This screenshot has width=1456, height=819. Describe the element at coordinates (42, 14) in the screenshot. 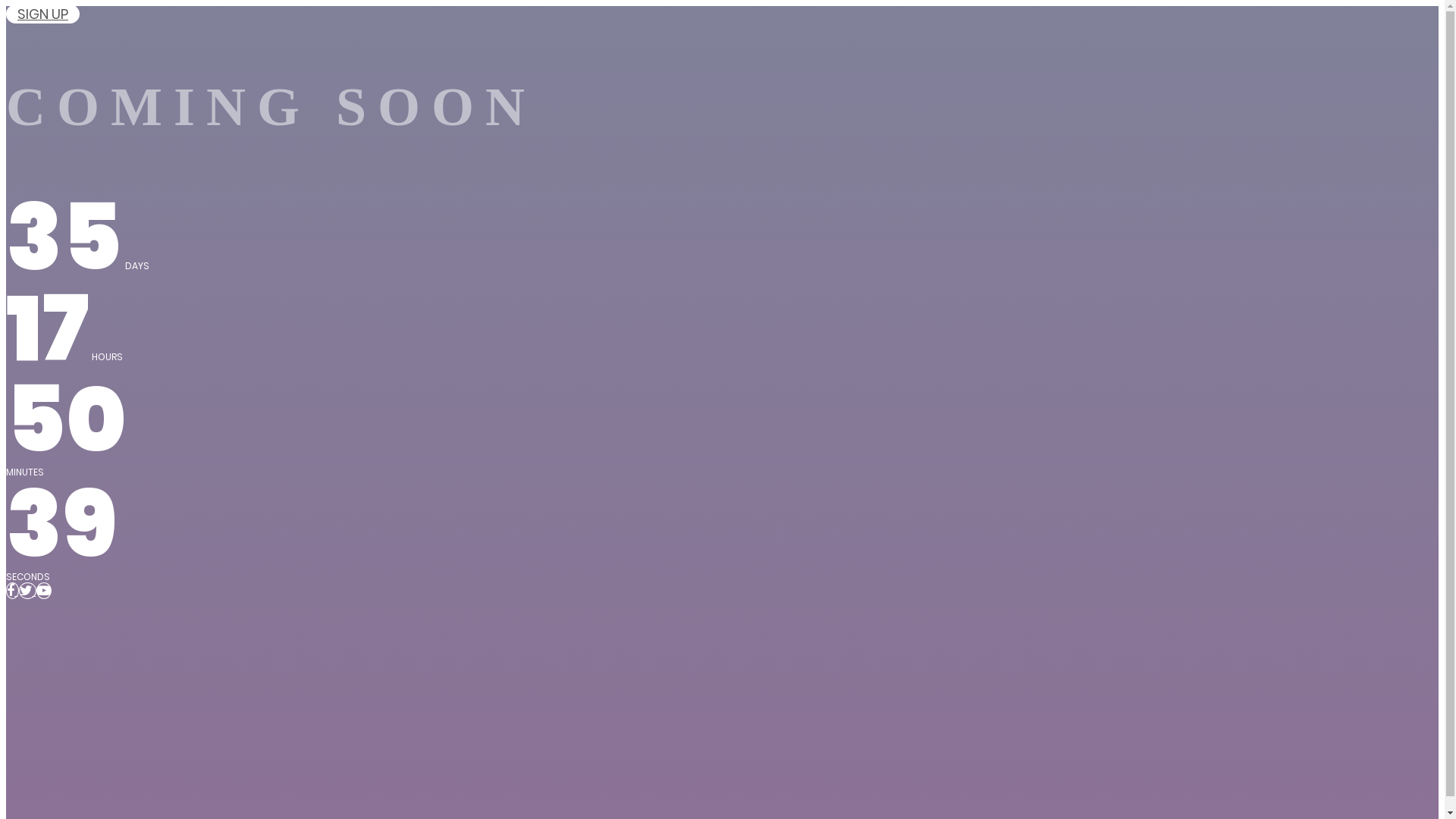

I see `'SIGN UP'` at that location.